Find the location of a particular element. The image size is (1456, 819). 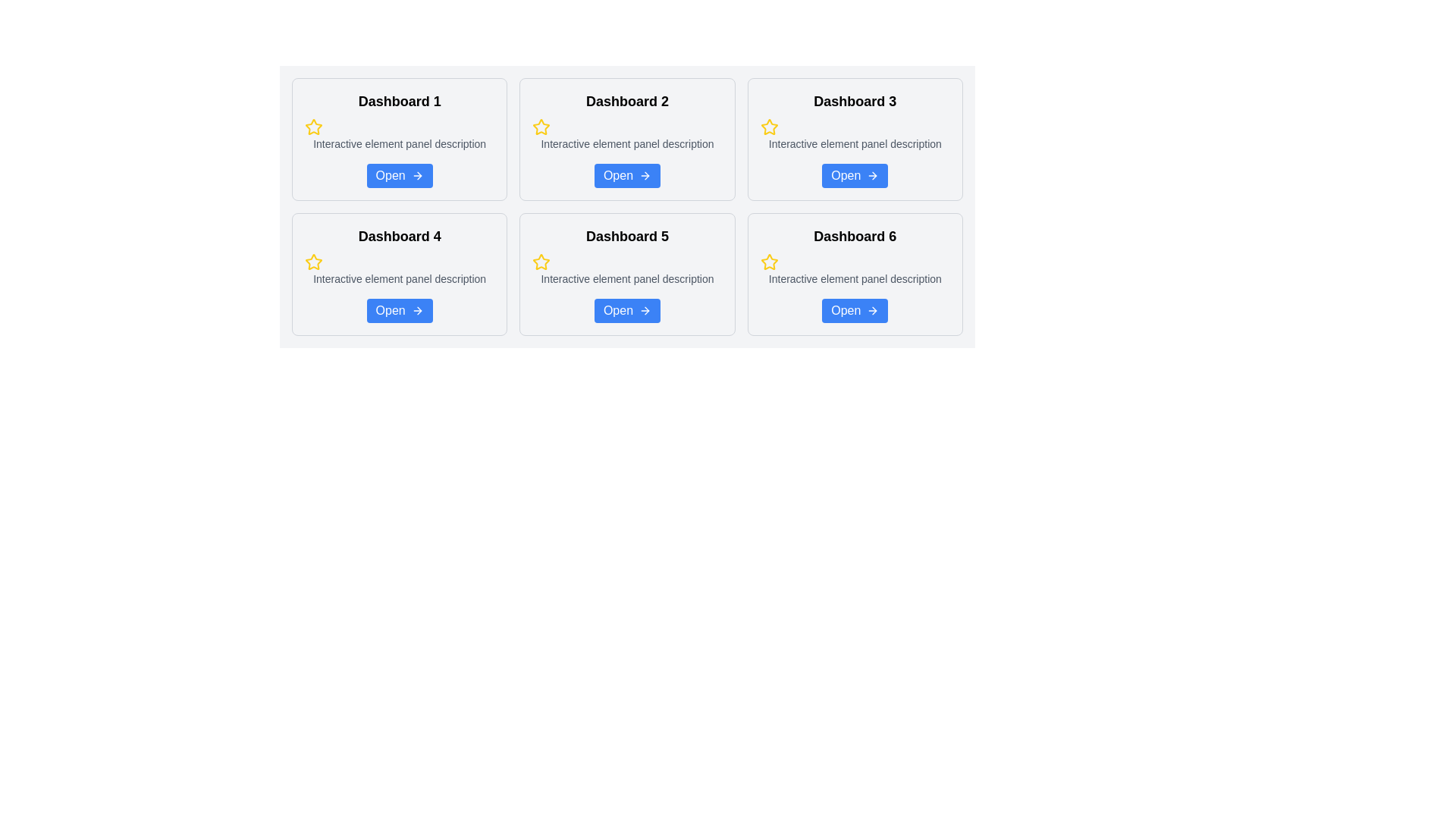

the star-shaped icon button, which is yellow and located next to the 'Dashboard 2' title is located at coordinates (541, 125).